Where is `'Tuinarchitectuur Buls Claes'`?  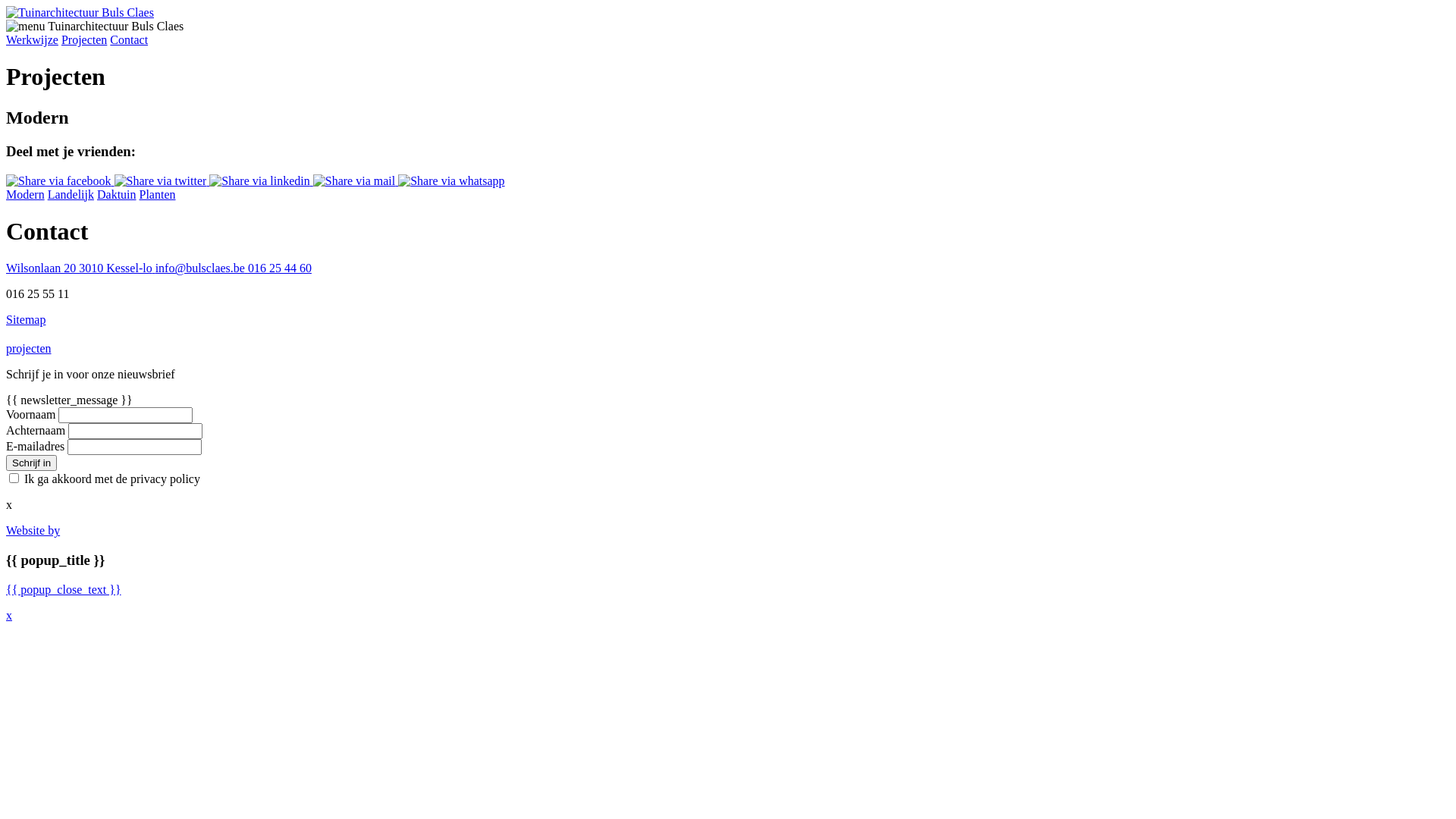 'Tuinarchitectuur Buls Claes' is located at coordinates (79, 12).